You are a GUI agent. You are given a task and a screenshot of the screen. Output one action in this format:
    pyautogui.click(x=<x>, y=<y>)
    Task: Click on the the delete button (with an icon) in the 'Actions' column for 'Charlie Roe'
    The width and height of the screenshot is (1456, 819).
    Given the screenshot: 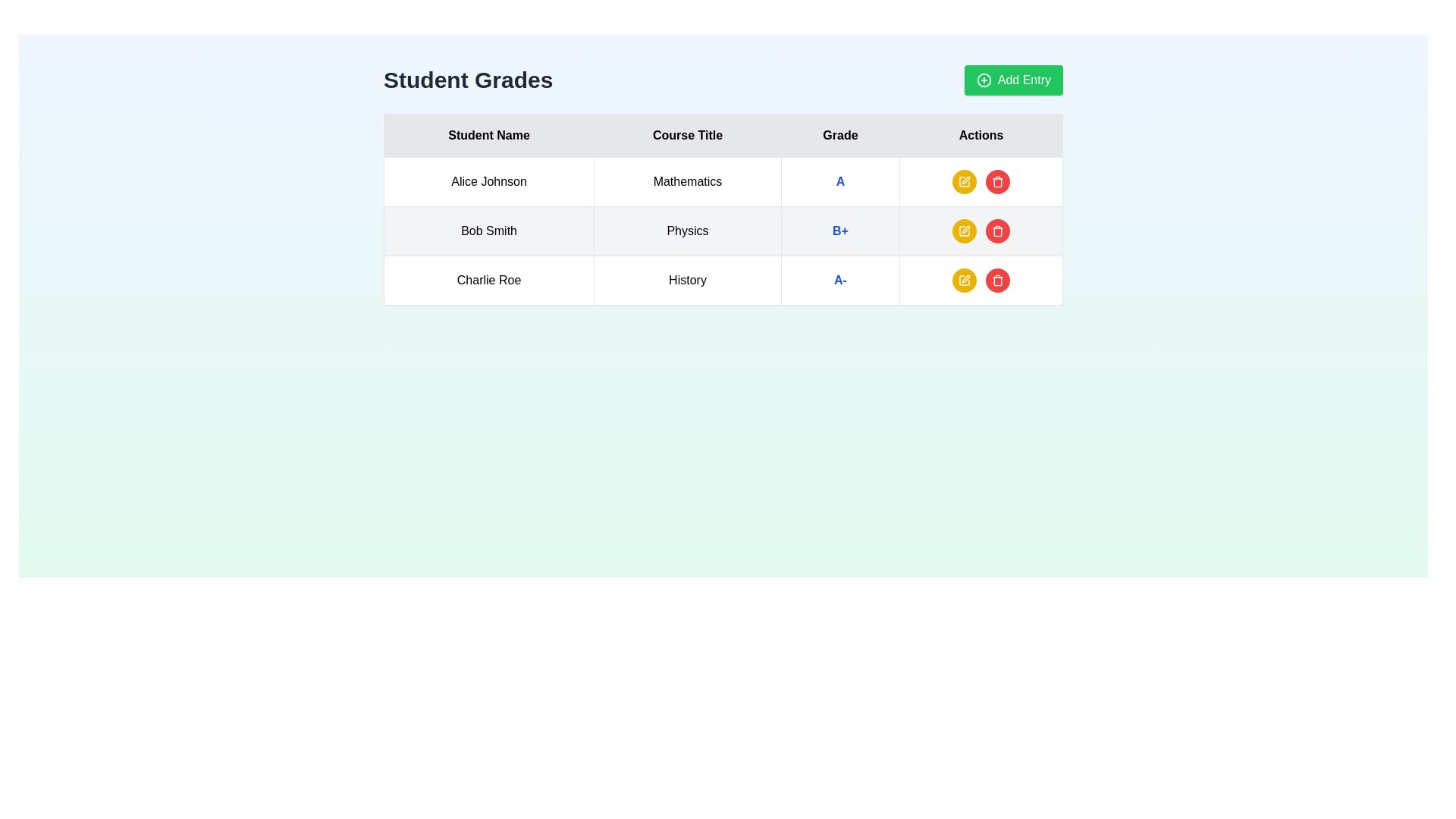 What is the action you would take?
    pyautogui.click(x=997, y=281)
    